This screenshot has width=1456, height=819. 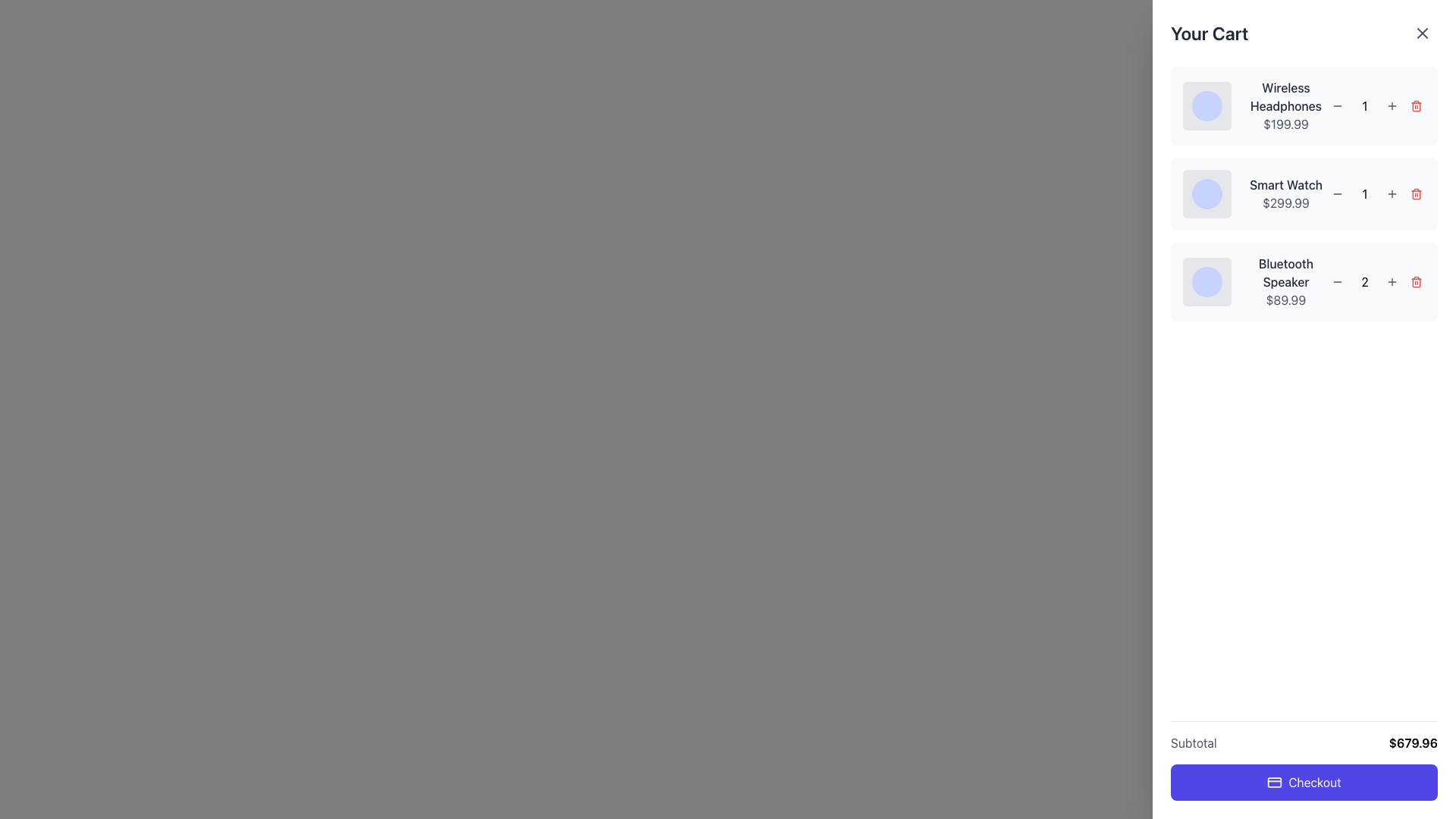 What do you see at coordinates (1392, 105) in the screenshot?
I see `the small gray '+' button located to the right of the quantity indicator for each cart item to increment the quantity` at bounding box center [1392, 105].